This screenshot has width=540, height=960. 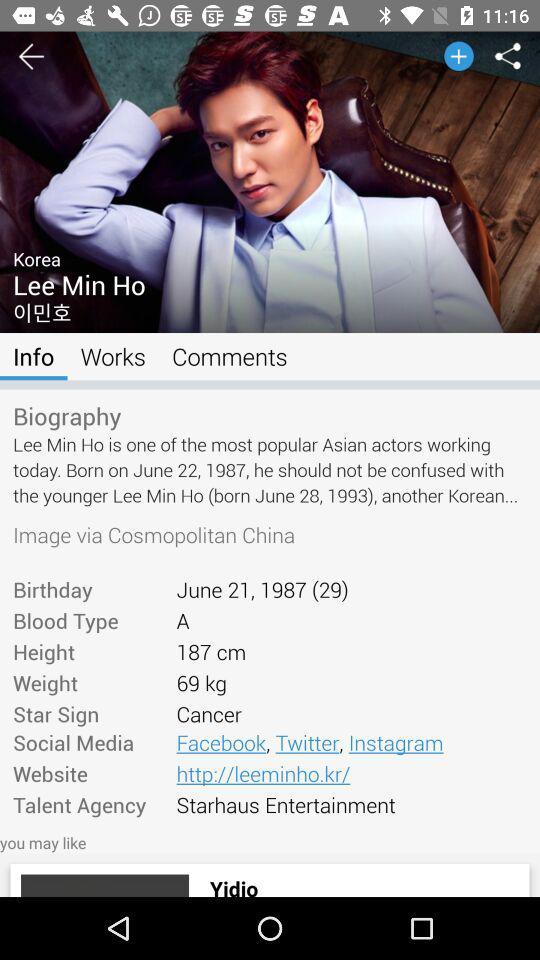 What do you see at coordinates (450, 62) in the screenshot?
I see `the add icon` at bounding box center [450, 62].